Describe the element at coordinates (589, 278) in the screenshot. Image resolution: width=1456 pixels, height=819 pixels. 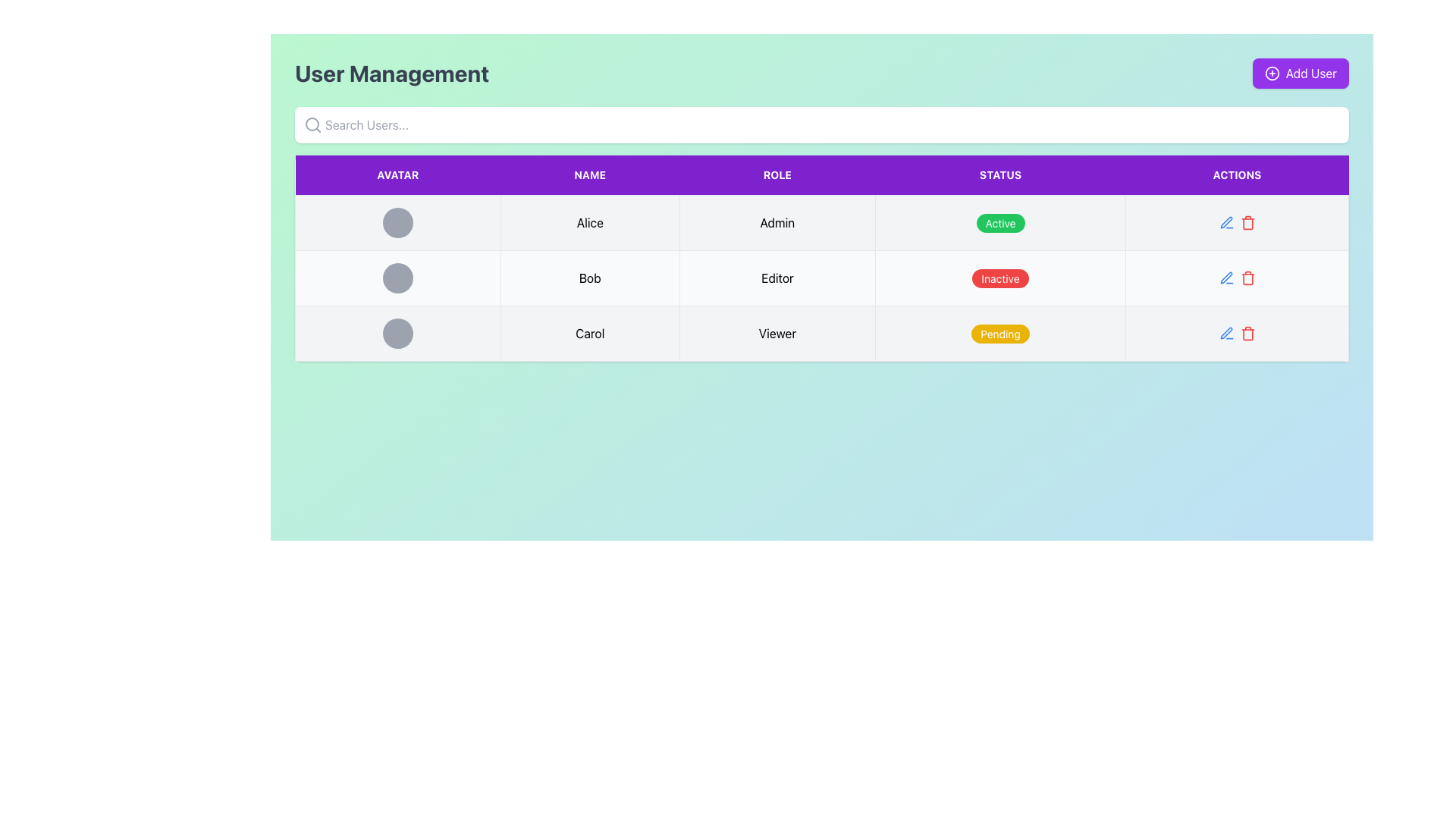
I see `the text label displaying the name 'Bob' located in the second row and second column of the user management interface table` at that location.